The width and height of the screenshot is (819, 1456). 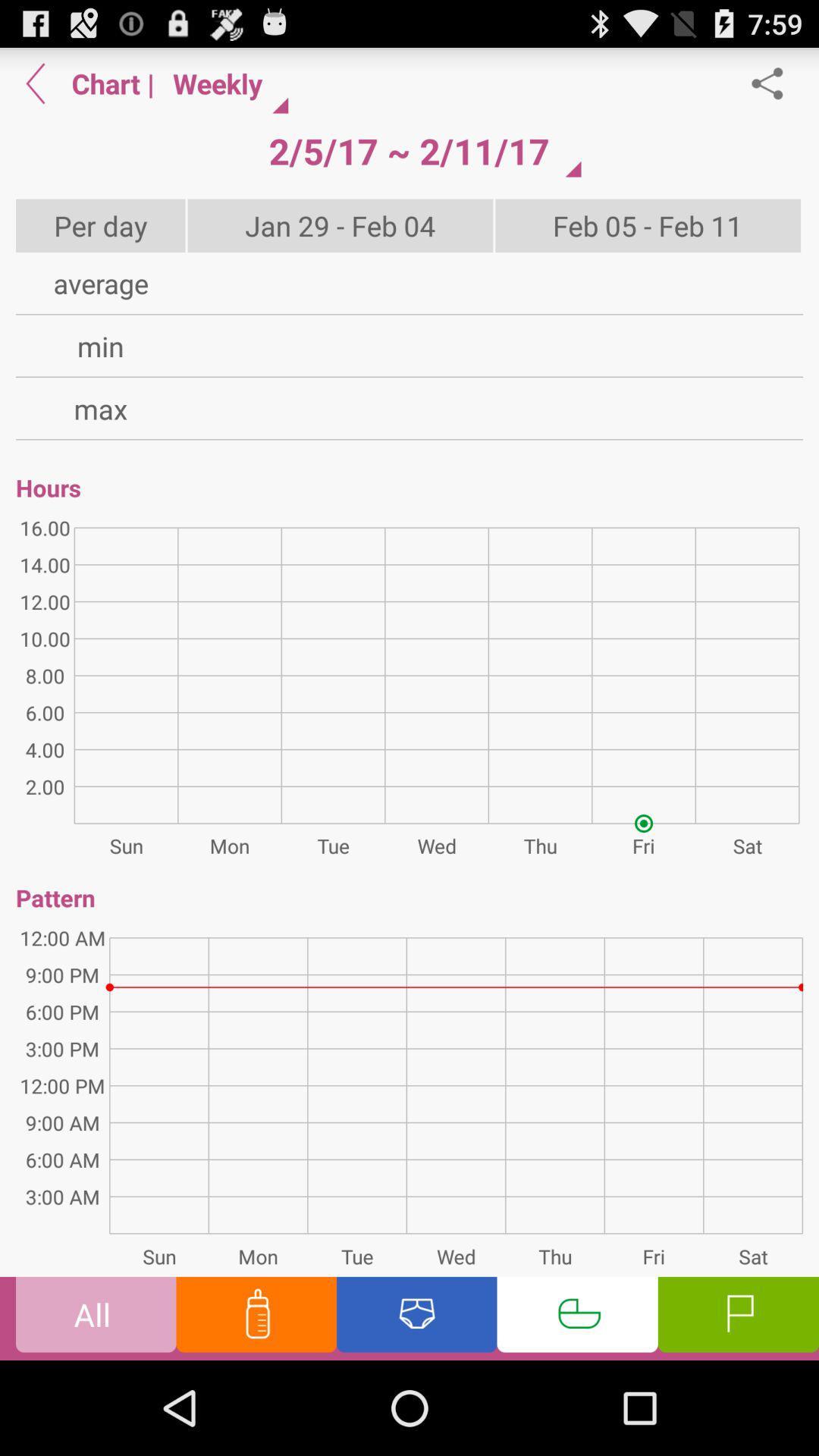 What do you see at coordinates (775, 89) in the screenshot?
I see `the share icon` at bounding box center [775, 89].